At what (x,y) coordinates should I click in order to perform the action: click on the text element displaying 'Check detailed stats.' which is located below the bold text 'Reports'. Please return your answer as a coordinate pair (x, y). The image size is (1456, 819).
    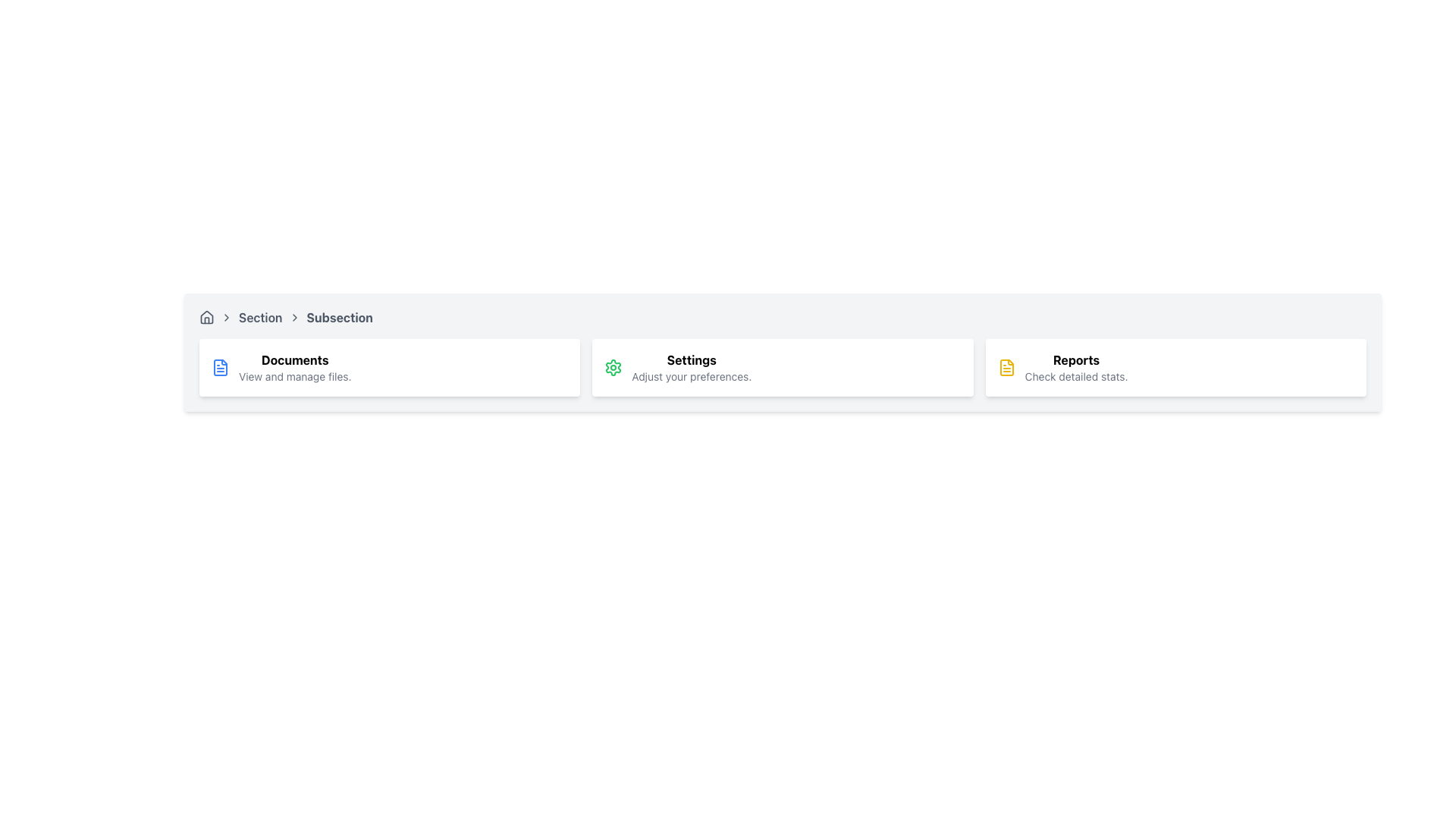
    Looking at the image, I should click on (1075, 376).